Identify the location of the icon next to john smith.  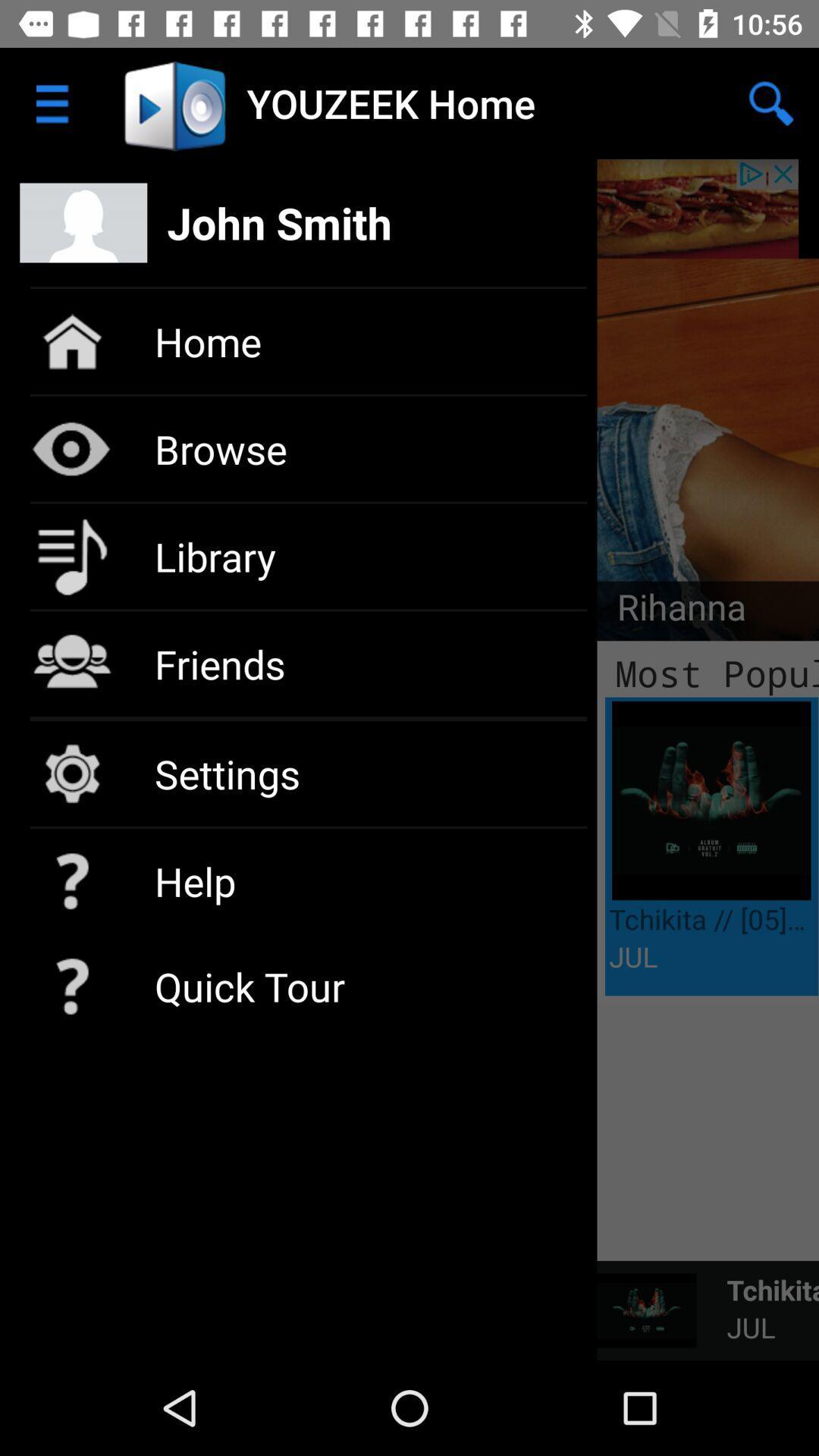
(771, 102).